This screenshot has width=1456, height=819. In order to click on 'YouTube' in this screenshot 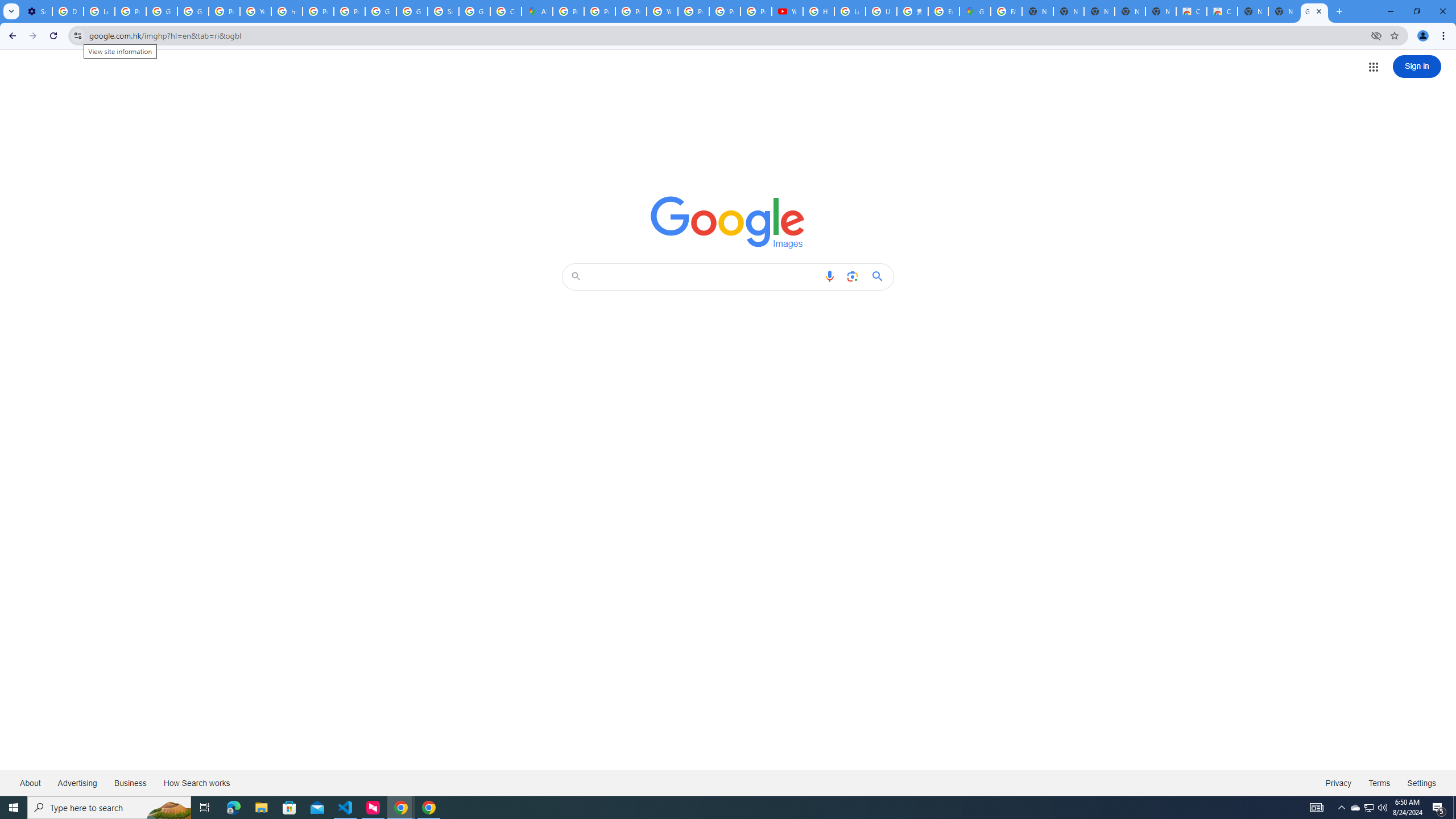, I will do `click(661, 11)`.